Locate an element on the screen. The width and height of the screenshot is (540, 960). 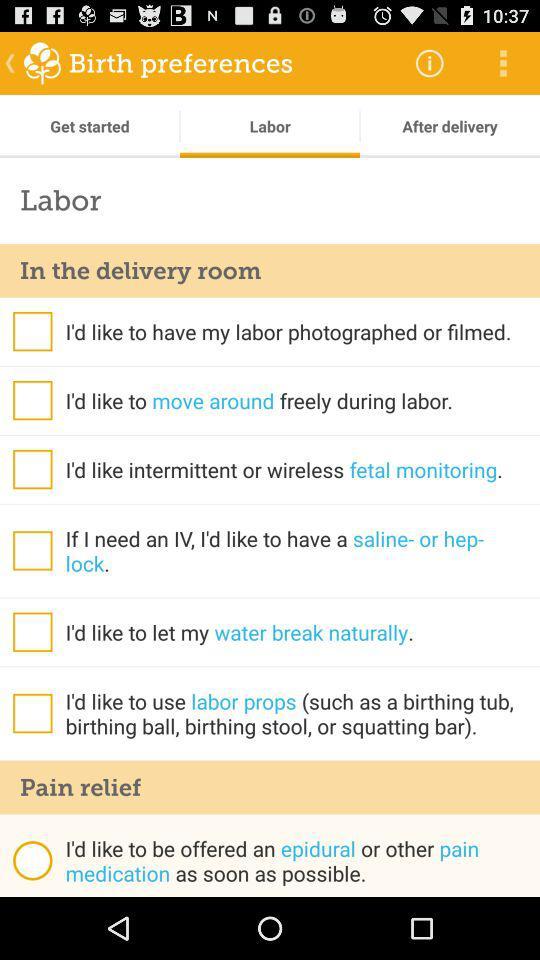
option is located at coordinates (31, 331).